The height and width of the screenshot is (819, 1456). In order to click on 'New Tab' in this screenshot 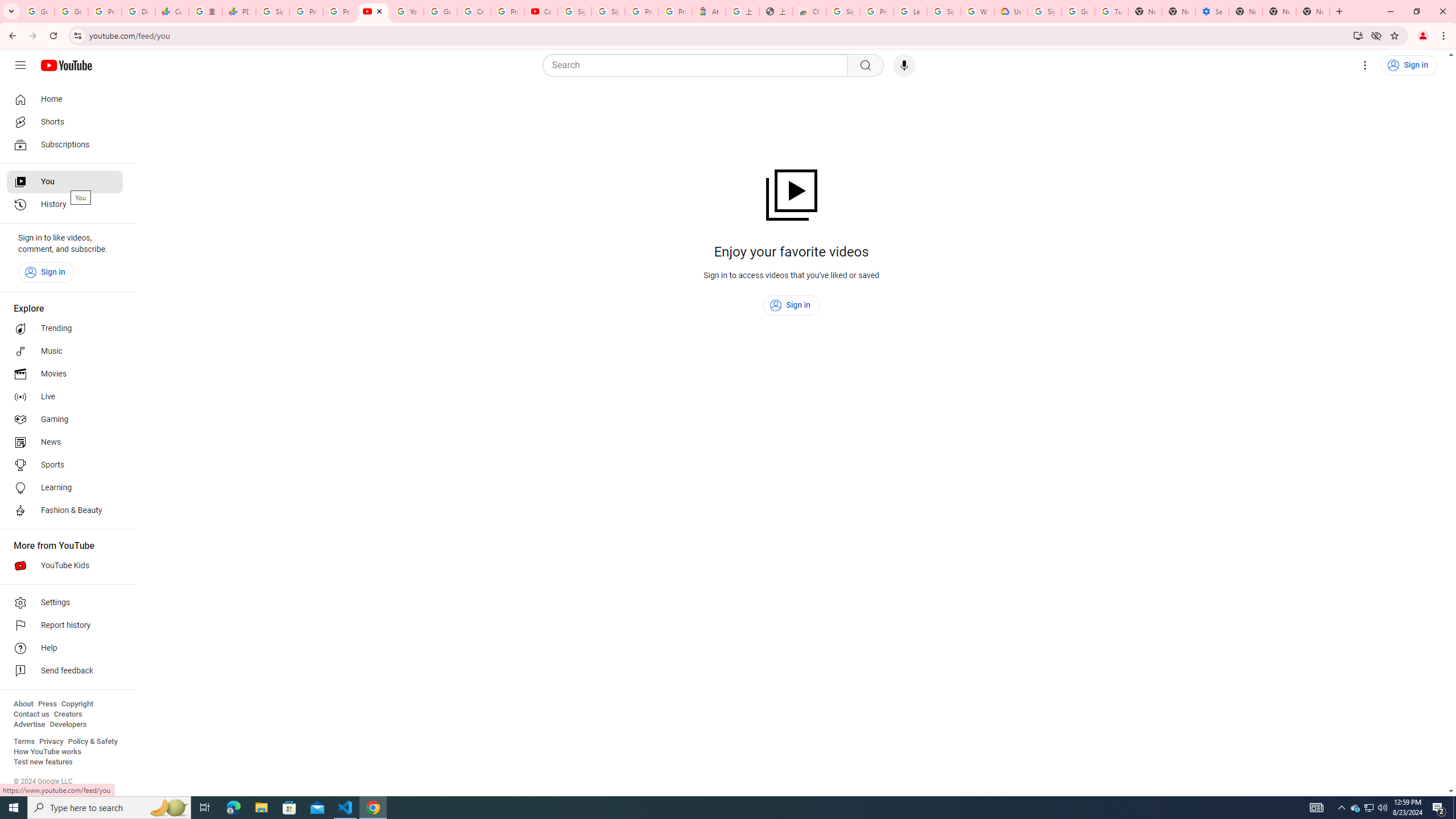, I will do `click(1313, 11)`.